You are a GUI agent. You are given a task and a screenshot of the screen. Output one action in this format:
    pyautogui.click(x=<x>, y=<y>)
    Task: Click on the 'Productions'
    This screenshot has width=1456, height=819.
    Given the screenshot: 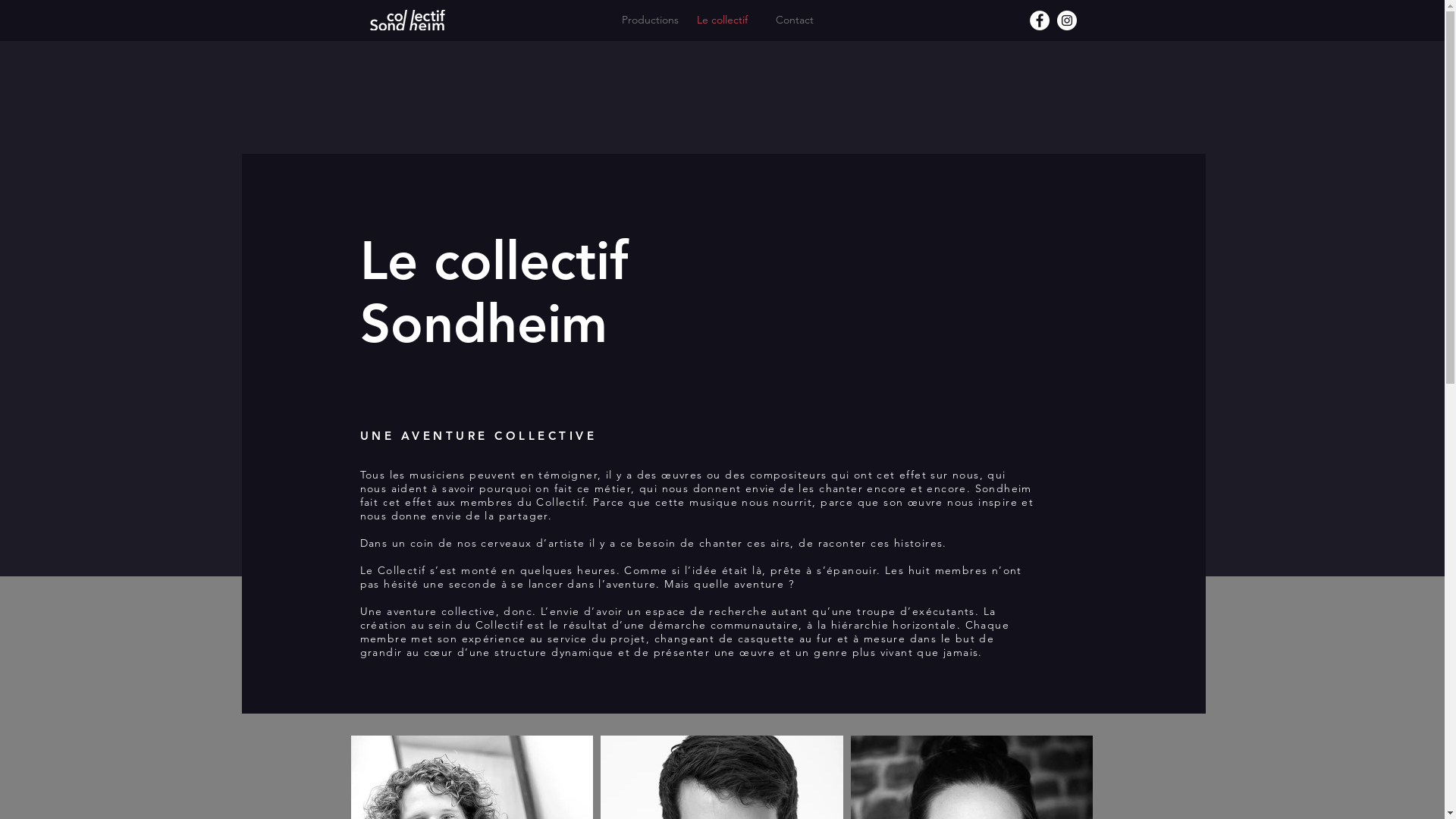 What is the action you would take?
    pyautogui.click(x=650, y=20)
    